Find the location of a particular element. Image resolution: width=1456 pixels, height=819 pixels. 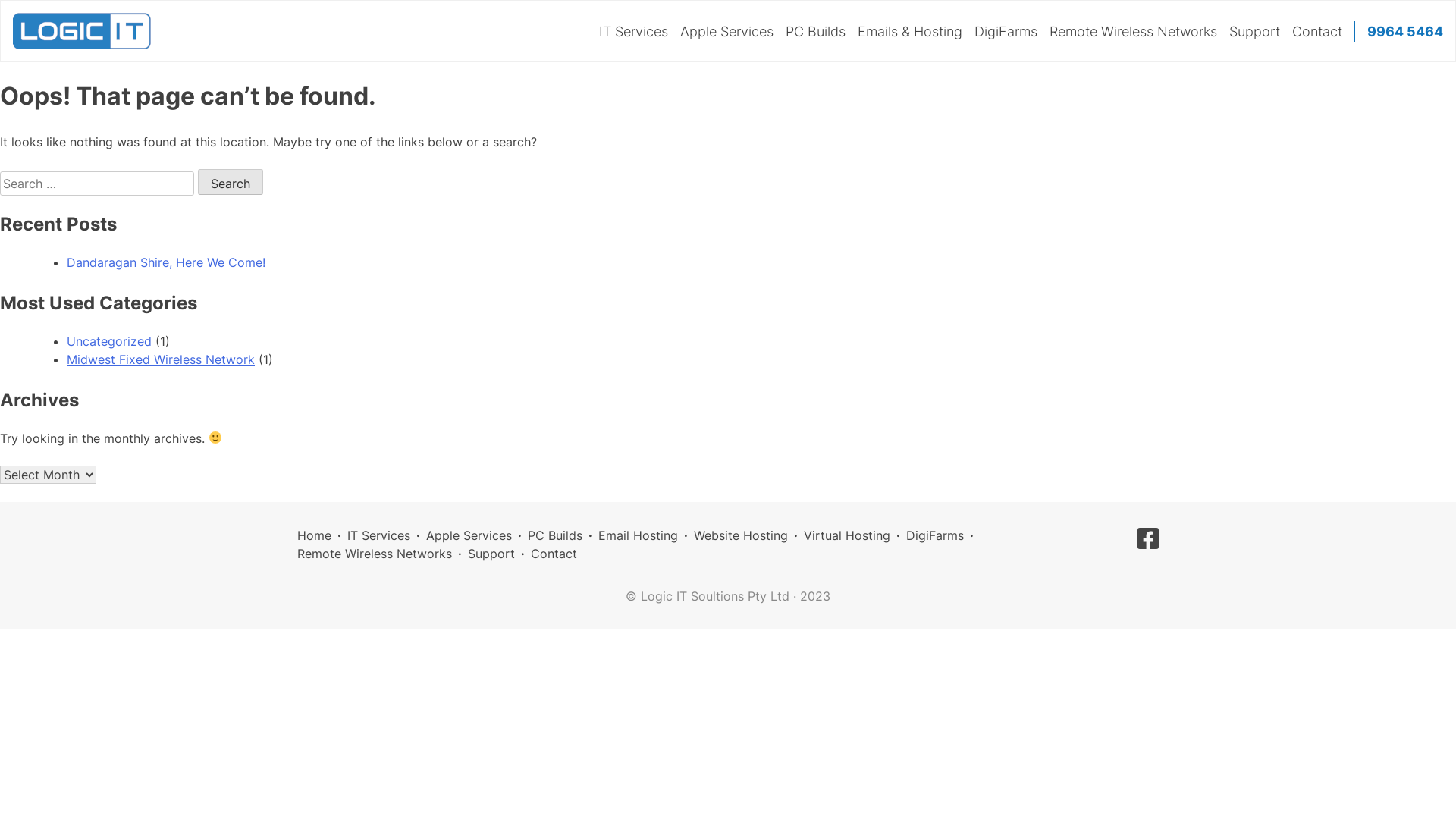

'Apple Services' is located at coordinates (425, 534).